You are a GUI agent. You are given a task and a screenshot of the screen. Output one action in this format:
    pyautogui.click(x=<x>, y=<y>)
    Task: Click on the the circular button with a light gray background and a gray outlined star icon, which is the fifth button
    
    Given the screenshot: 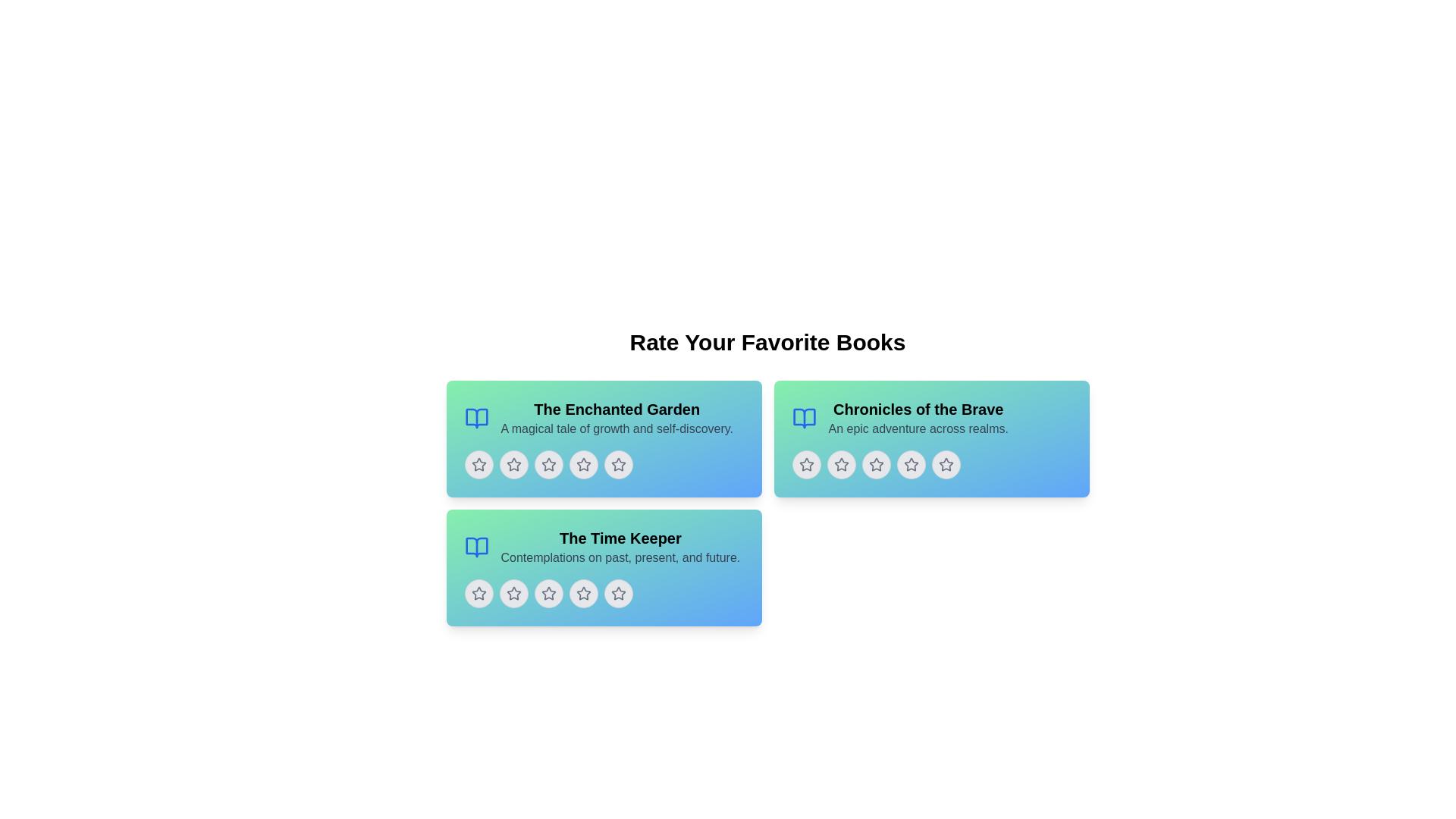 What is the action you would take?
    pyautogui.click(x=618, y=464)
    